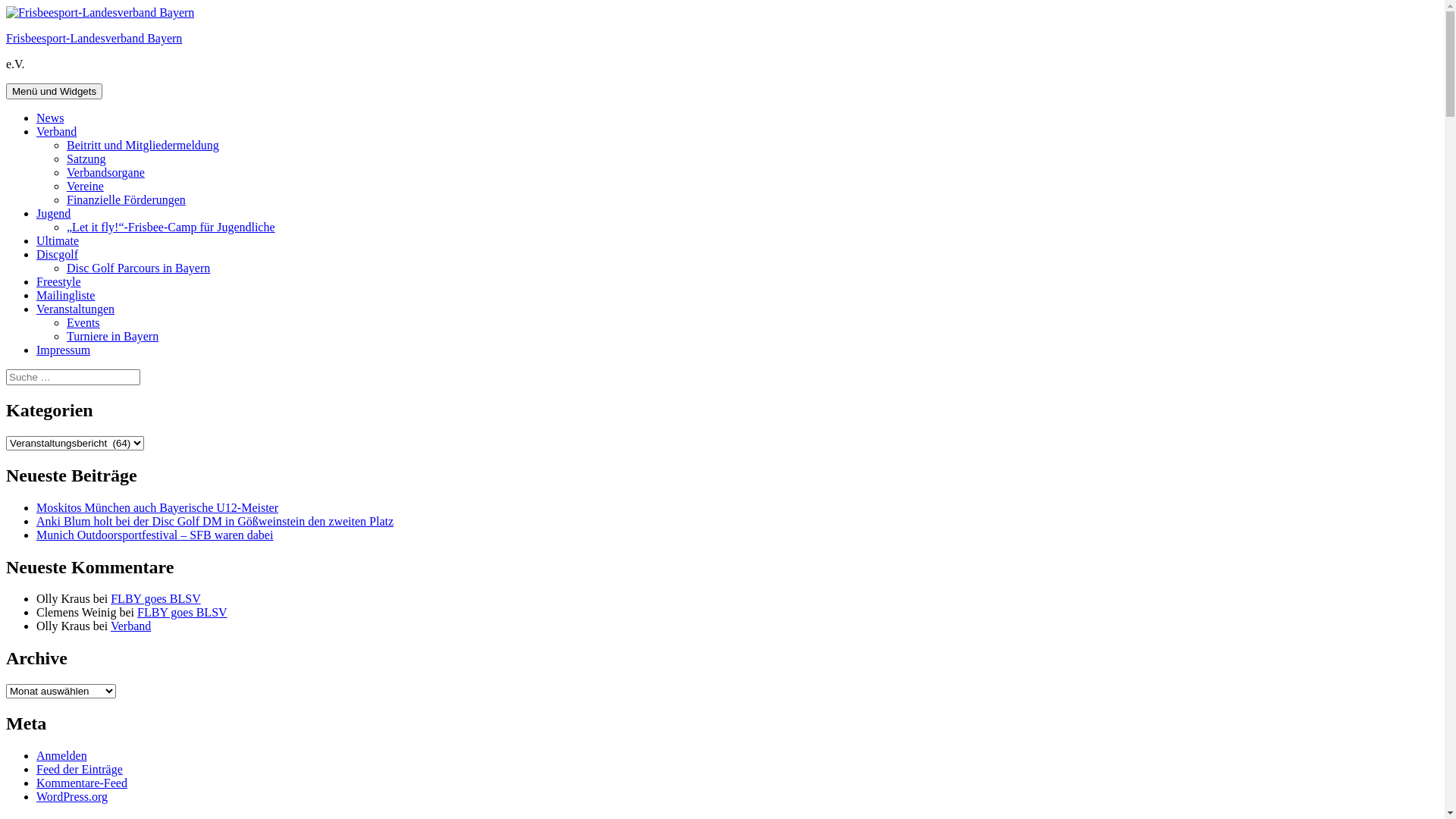 The width and height of the screenshot is (1456, 819). I want to click on 'Zum Inhalt springen', so click(5, 5).